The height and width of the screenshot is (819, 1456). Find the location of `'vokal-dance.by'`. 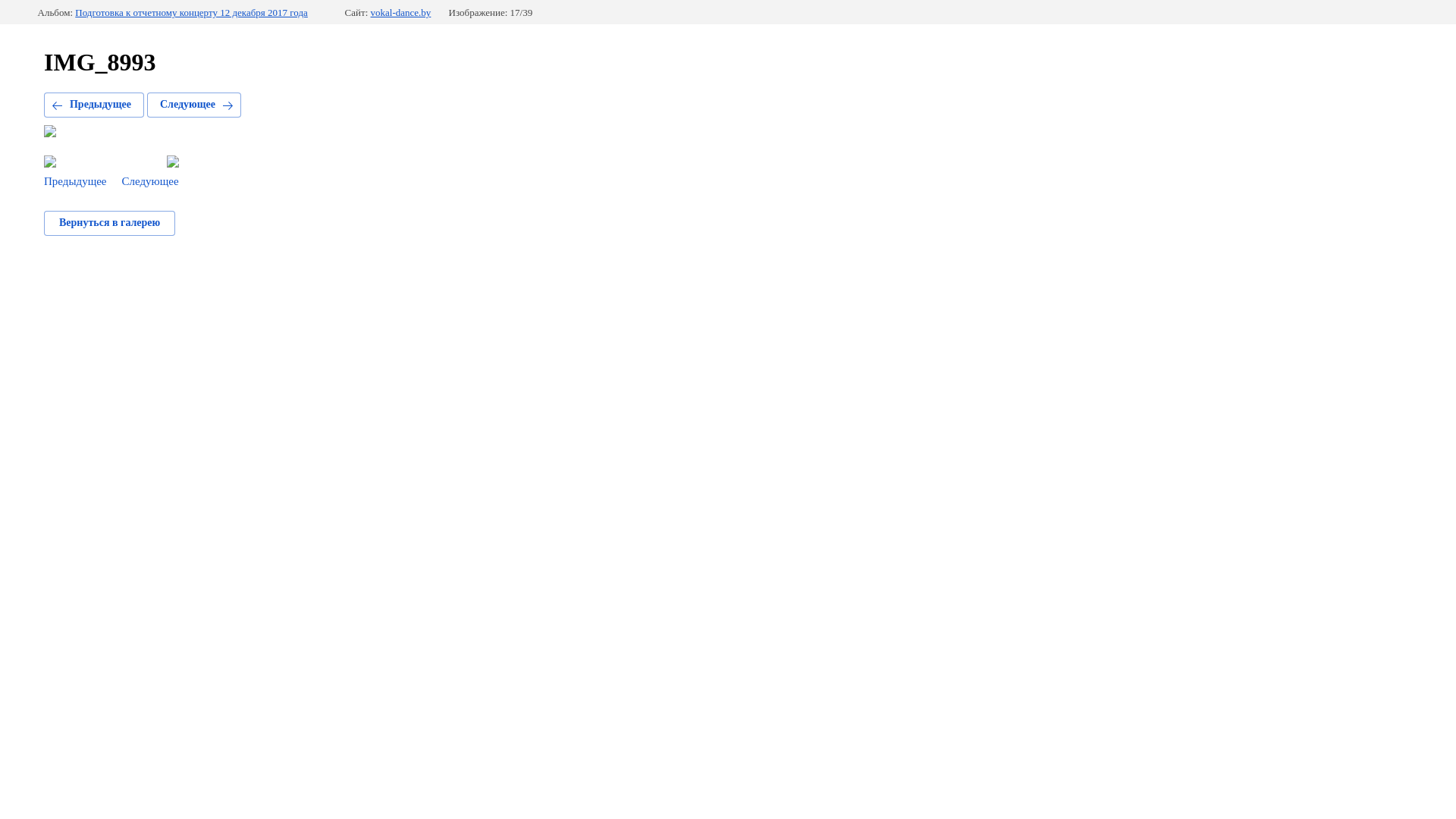

'vokal-dance.by' is located at coordinates (400, 12).